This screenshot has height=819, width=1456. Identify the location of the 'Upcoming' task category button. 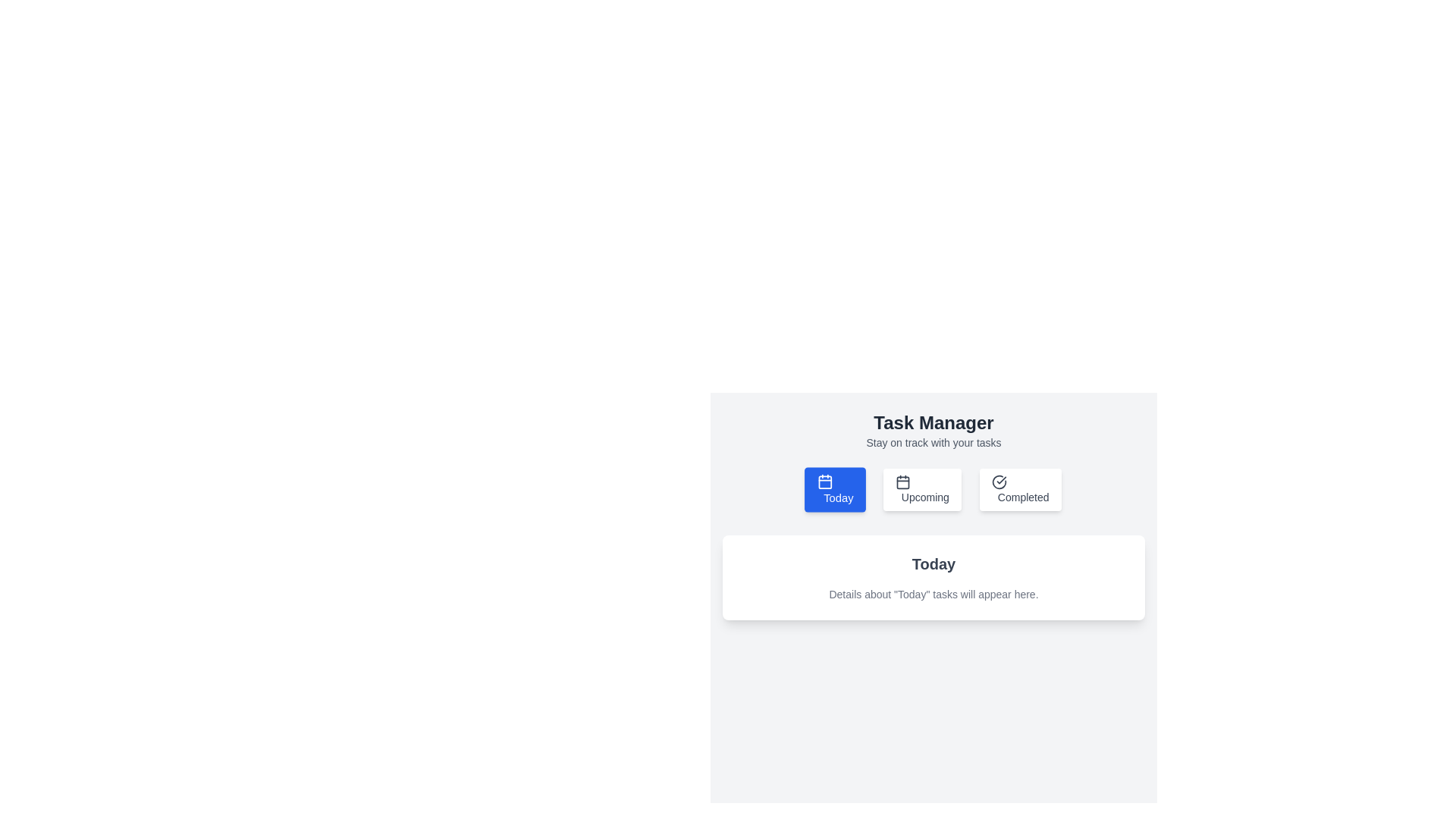
(921, 489).